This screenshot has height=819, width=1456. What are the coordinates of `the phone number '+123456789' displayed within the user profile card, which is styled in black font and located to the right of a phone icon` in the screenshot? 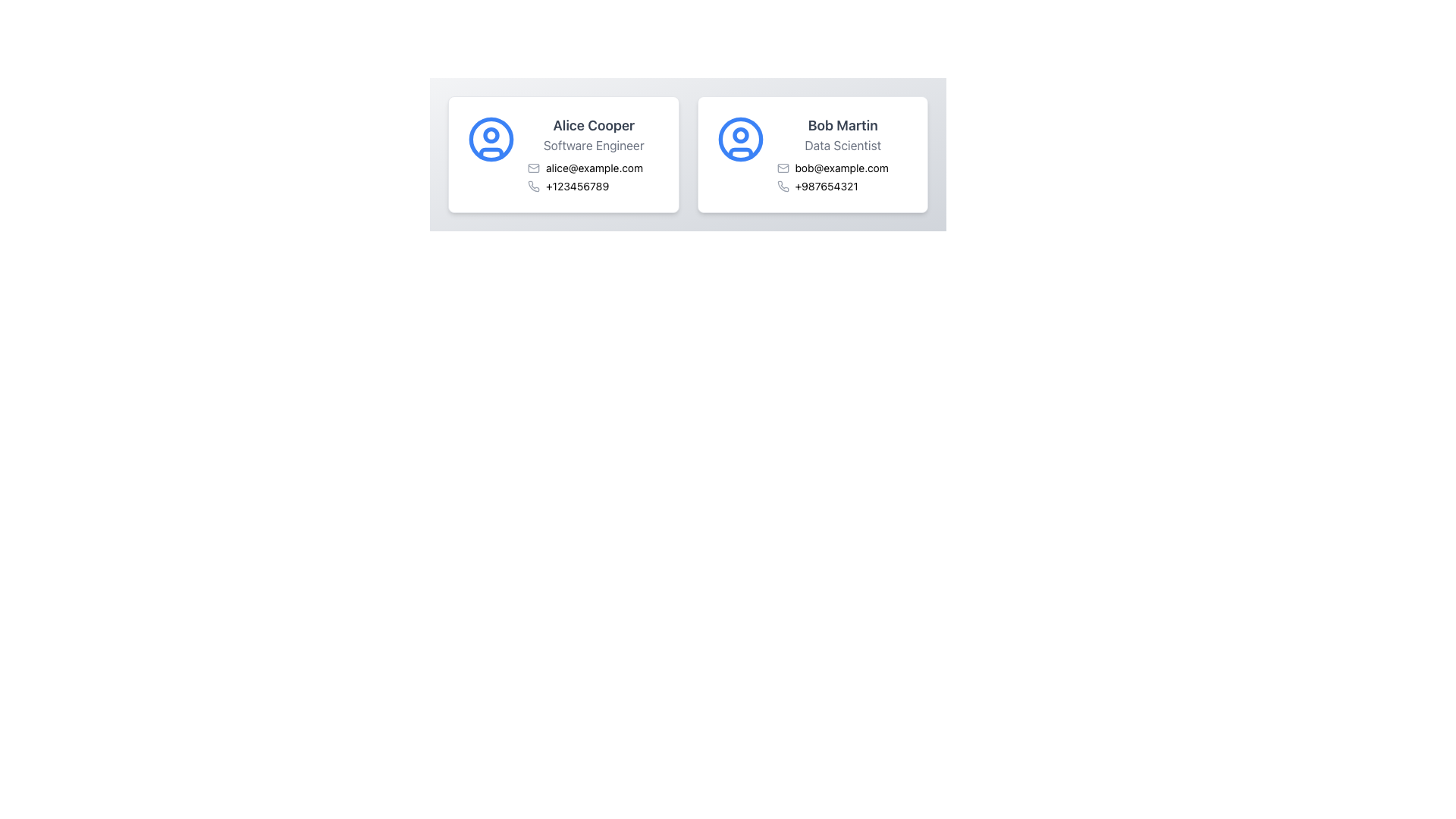 It's located at (576, 186).